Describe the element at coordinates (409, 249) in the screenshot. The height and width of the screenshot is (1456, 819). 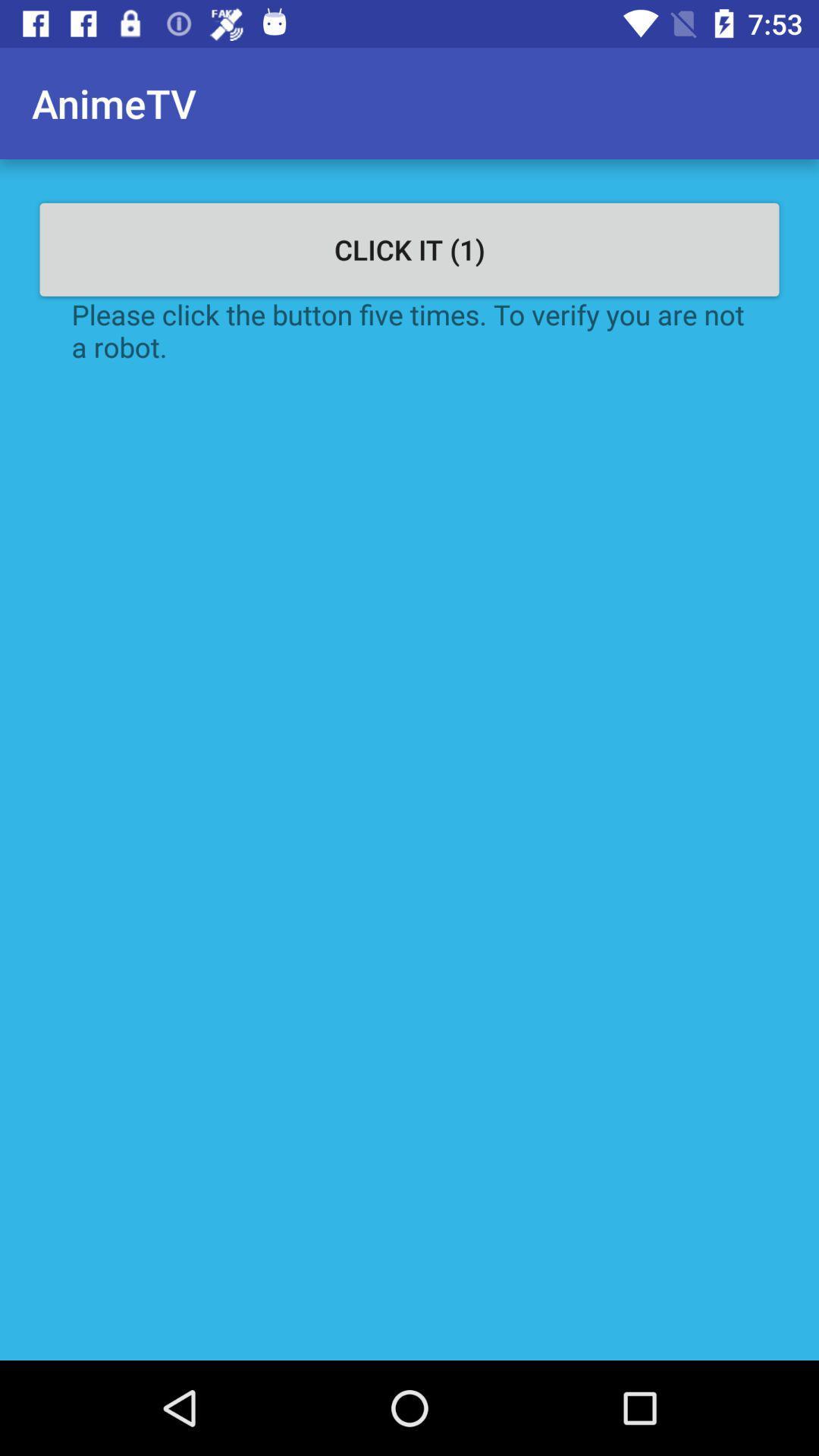
I see `click it (1) icon` at that location.